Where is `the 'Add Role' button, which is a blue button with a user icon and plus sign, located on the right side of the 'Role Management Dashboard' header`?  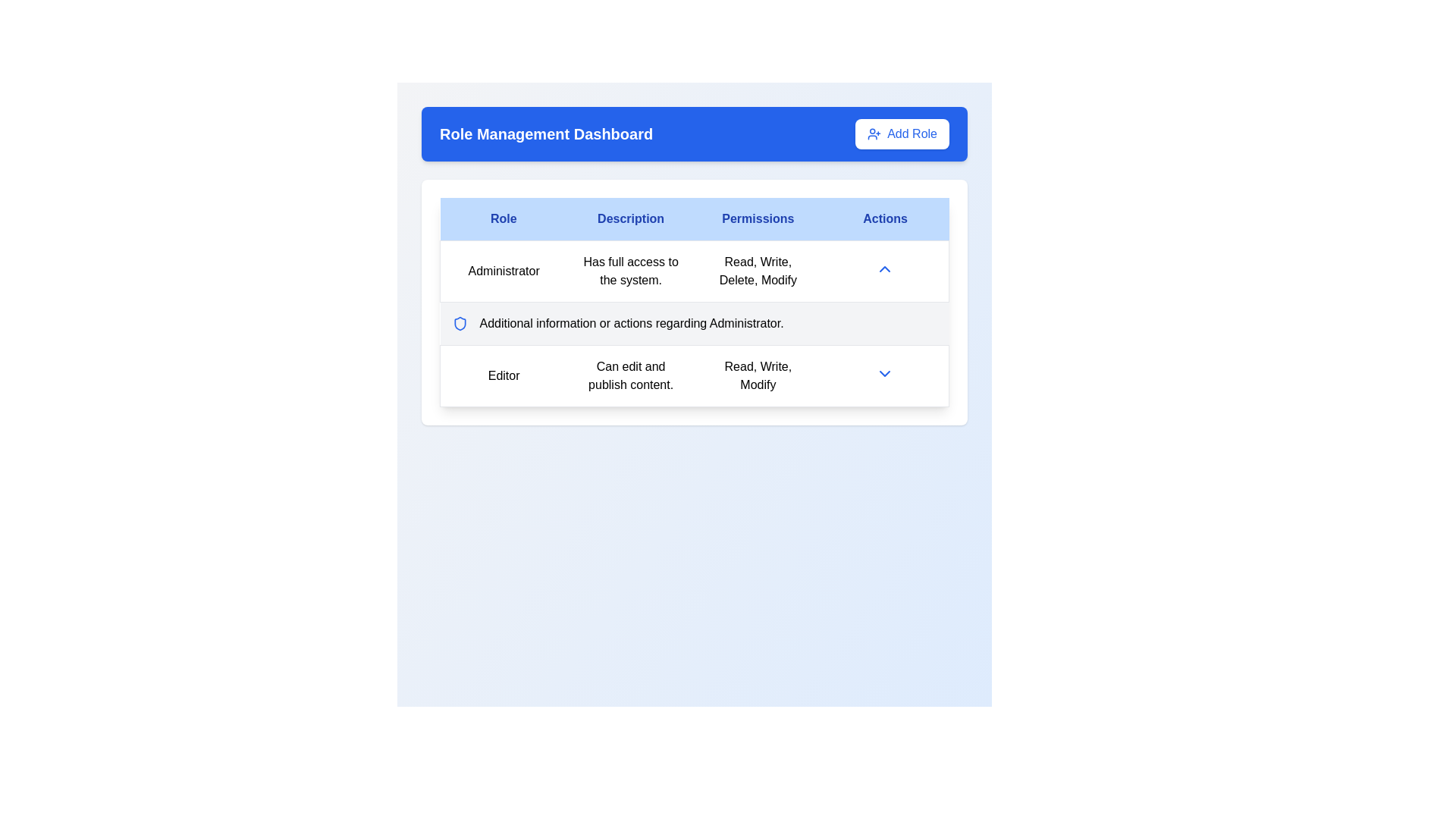
the 'Add Role' button, which is a blue button with a user icon and plus sign, located on the right side of the 'Role Management Dashboard' header is located at coordinates (902, 133).